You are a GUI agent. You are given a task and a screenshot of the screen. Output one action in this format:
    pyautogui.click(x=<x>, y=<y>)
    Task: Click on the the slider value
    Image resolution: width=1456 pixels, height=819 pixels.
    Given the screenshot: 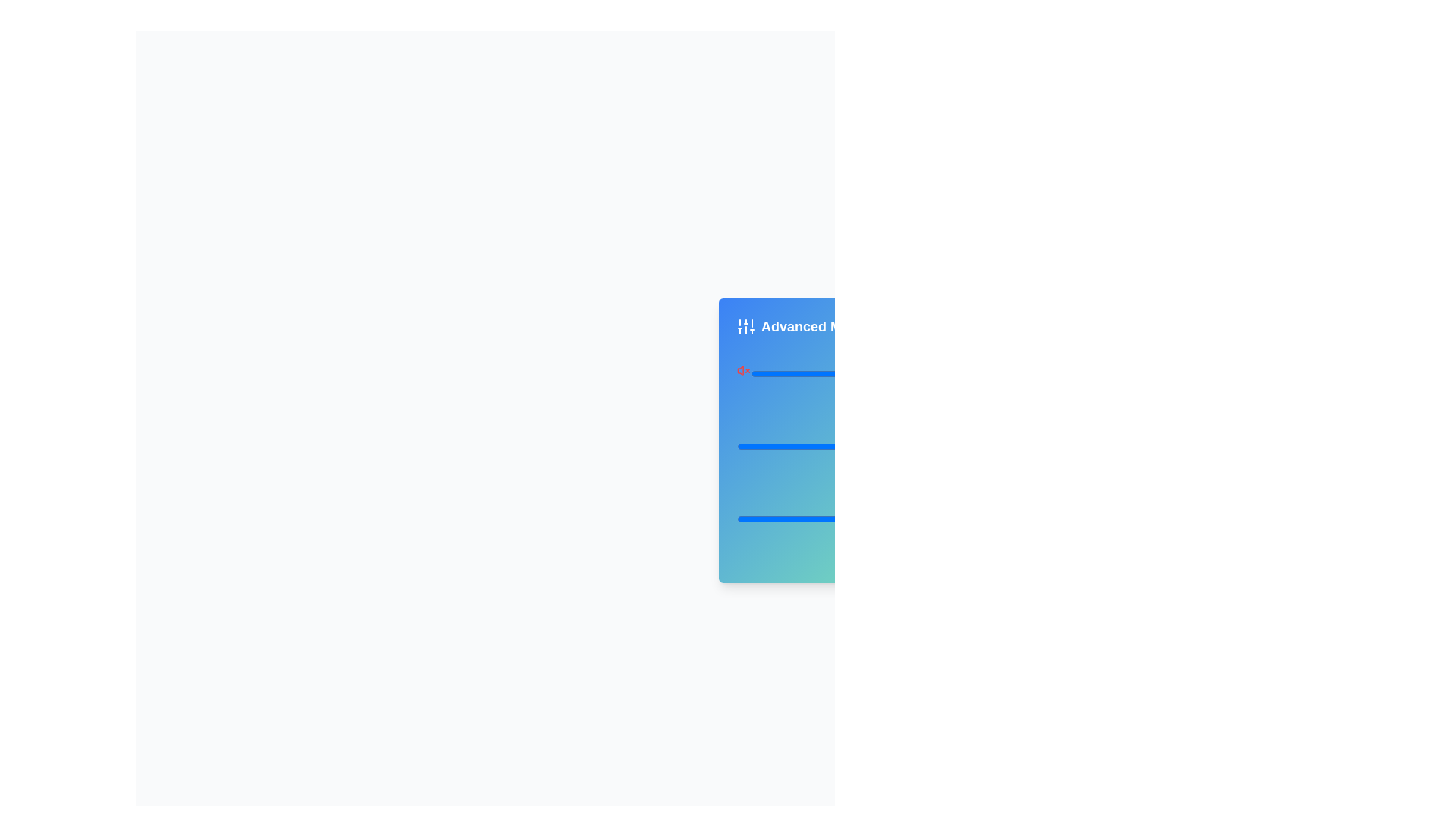 What is the action you would take?
    pyautogui.click(x=884, y=446)
    